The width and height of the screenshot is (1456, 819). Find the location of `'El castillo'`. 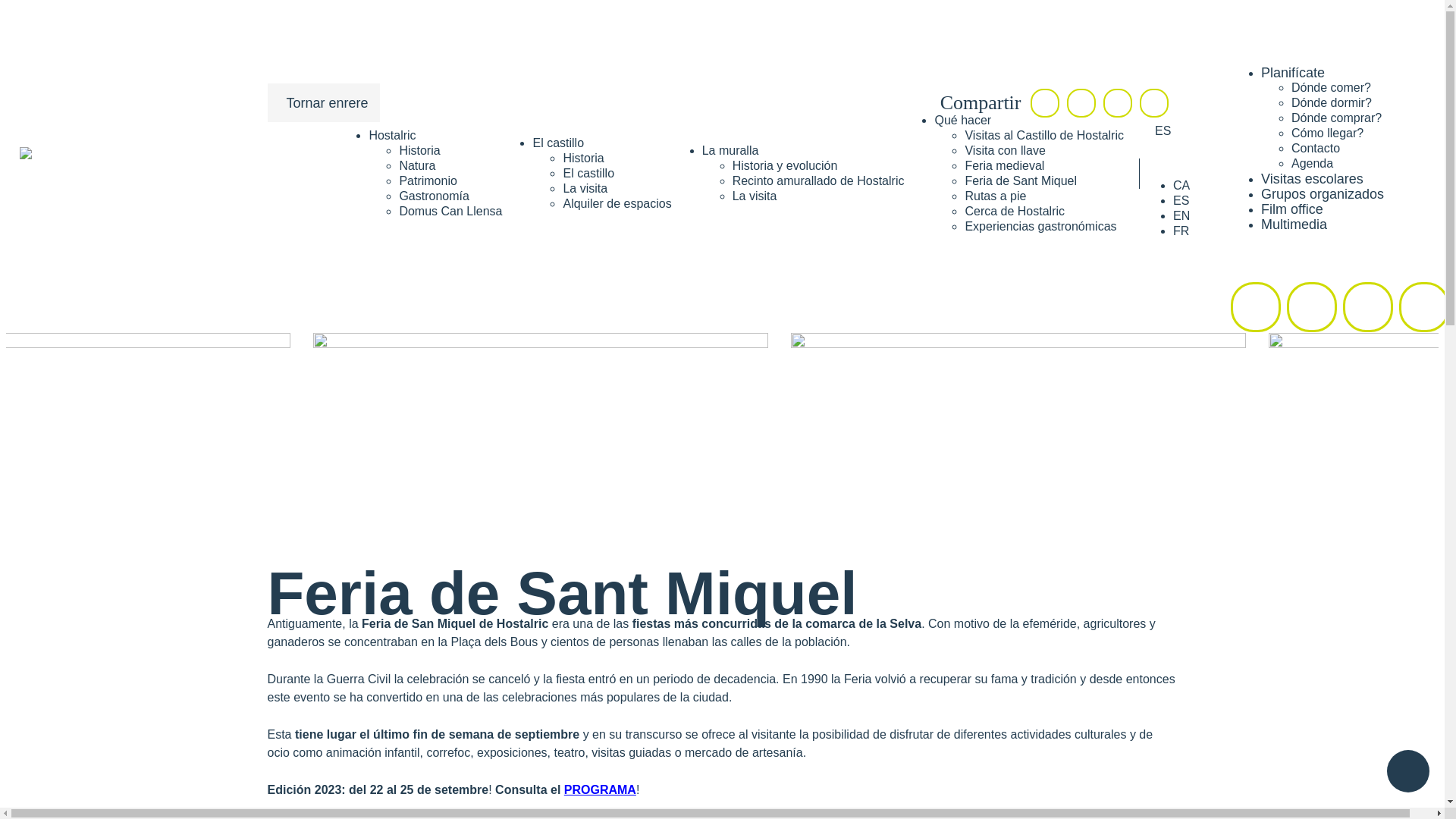

'El castillo' is located at coordinates (588, 172).